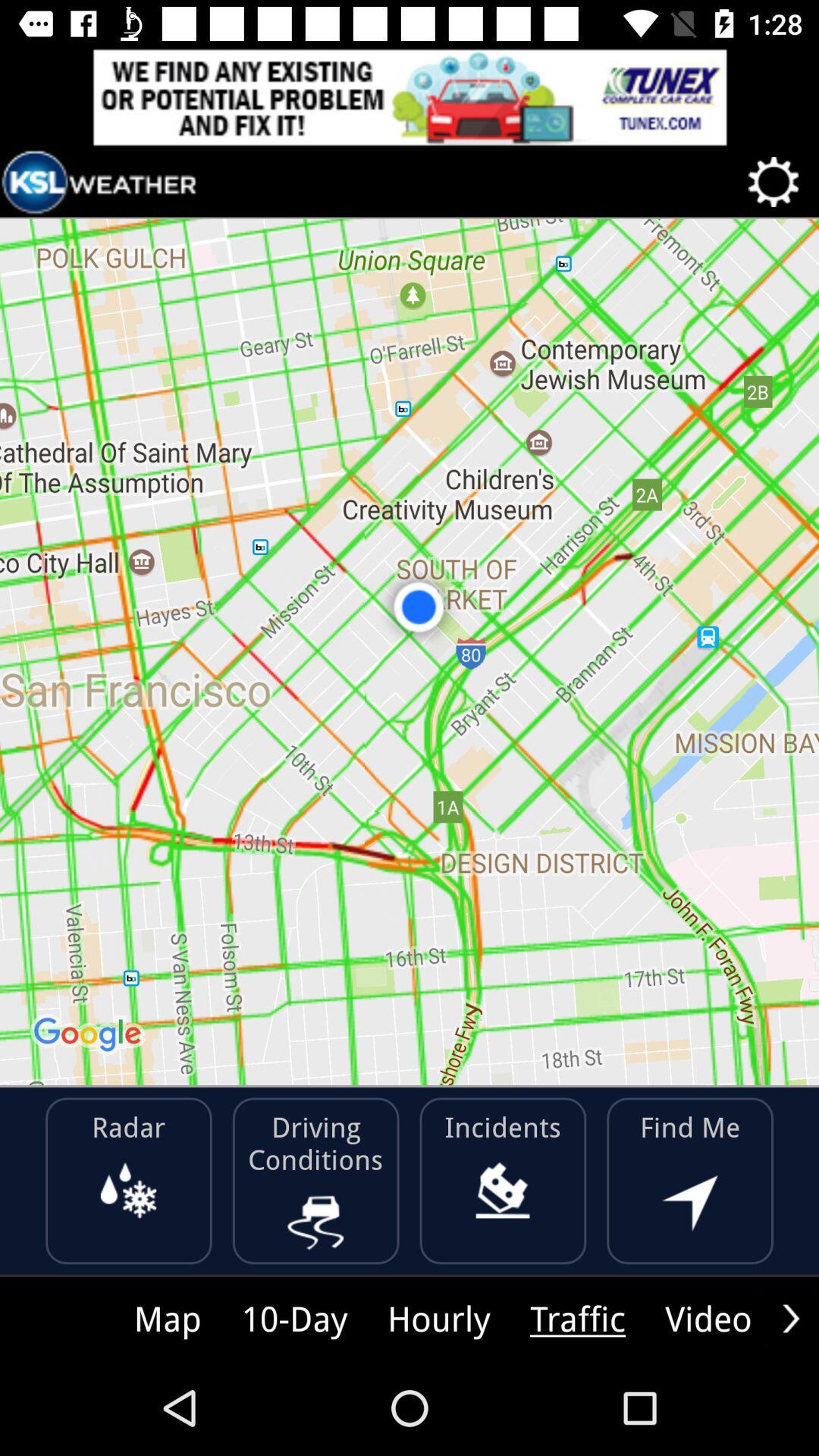 The image size is (819, 1456). What do you see at coordinates (790, 1317) in the screenshot?
I see `the rest of the options` at bounding box center [790, 1317].